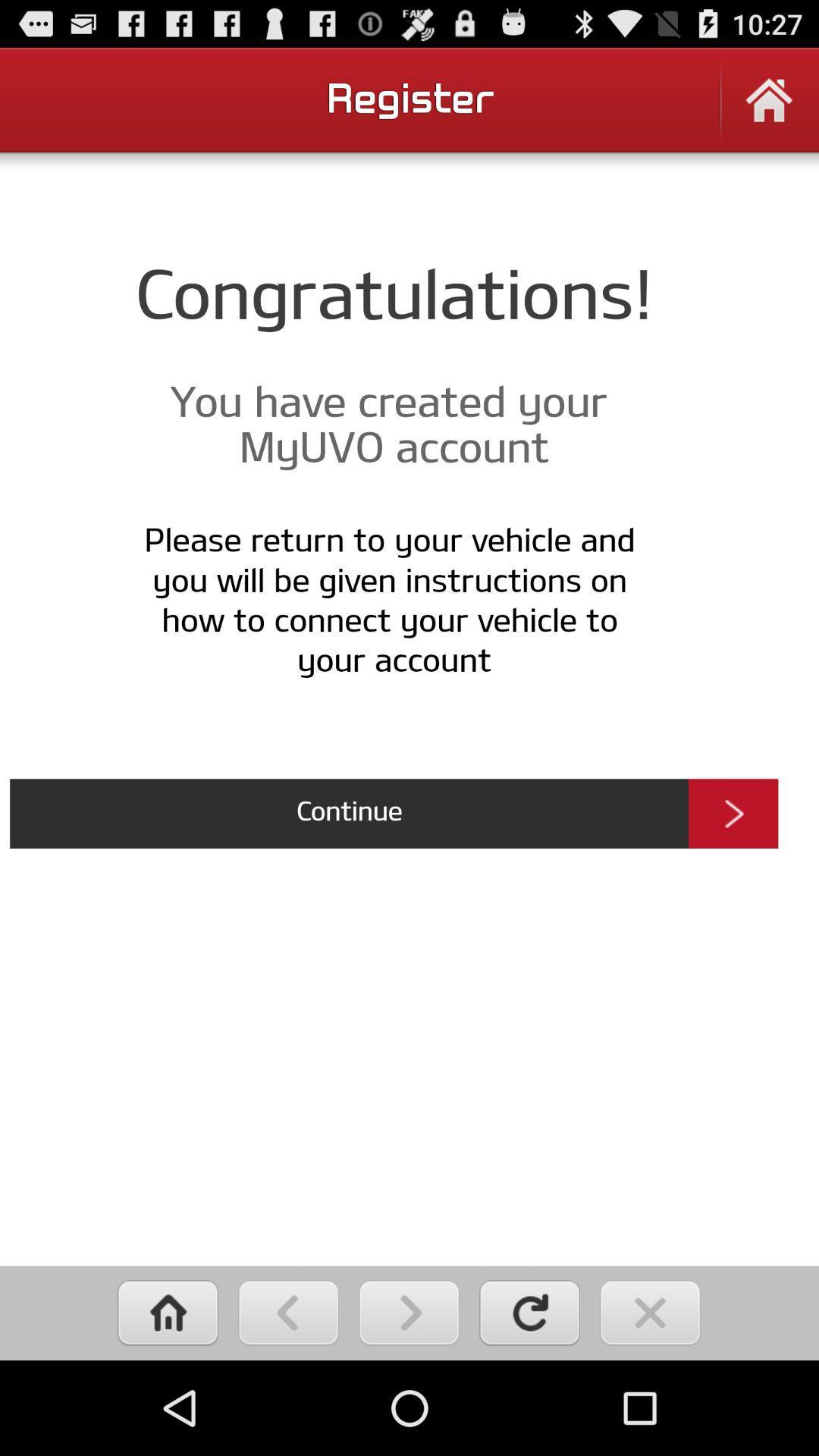 The width and height of the screenshot is (819, 1456). What do you see at coordinates (769, 109) in the screenshot?
I see `home button` at bounding box center [769, 109].